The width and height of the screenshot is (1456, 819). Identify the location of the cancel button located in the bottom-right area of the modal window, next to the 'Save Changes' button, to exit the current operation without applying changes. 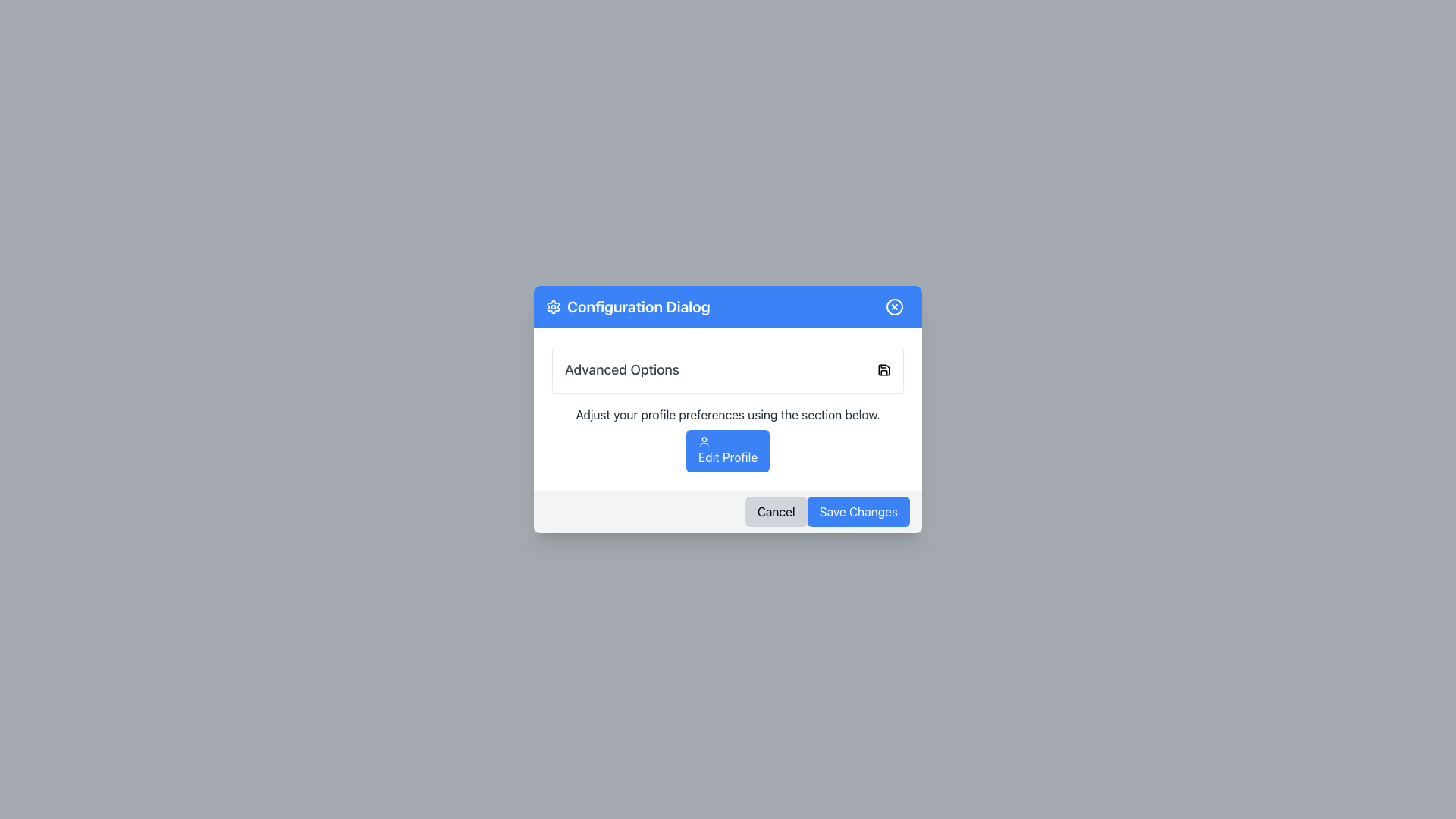
(776, 512).